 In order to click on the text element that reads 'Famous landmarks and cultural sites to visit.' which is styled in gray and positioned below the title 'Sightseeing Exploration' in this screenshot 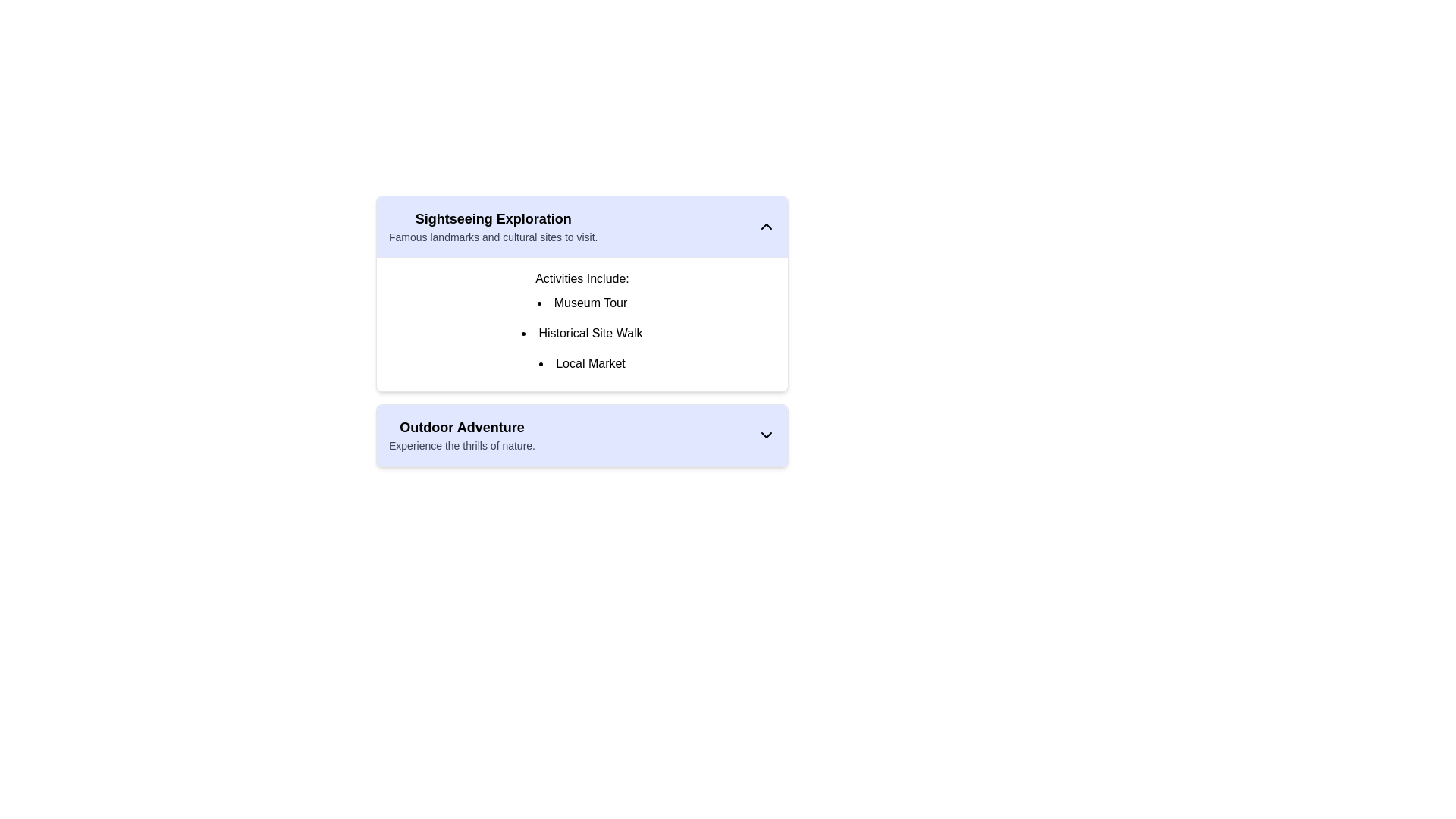, I will do `click(493, 237)`.